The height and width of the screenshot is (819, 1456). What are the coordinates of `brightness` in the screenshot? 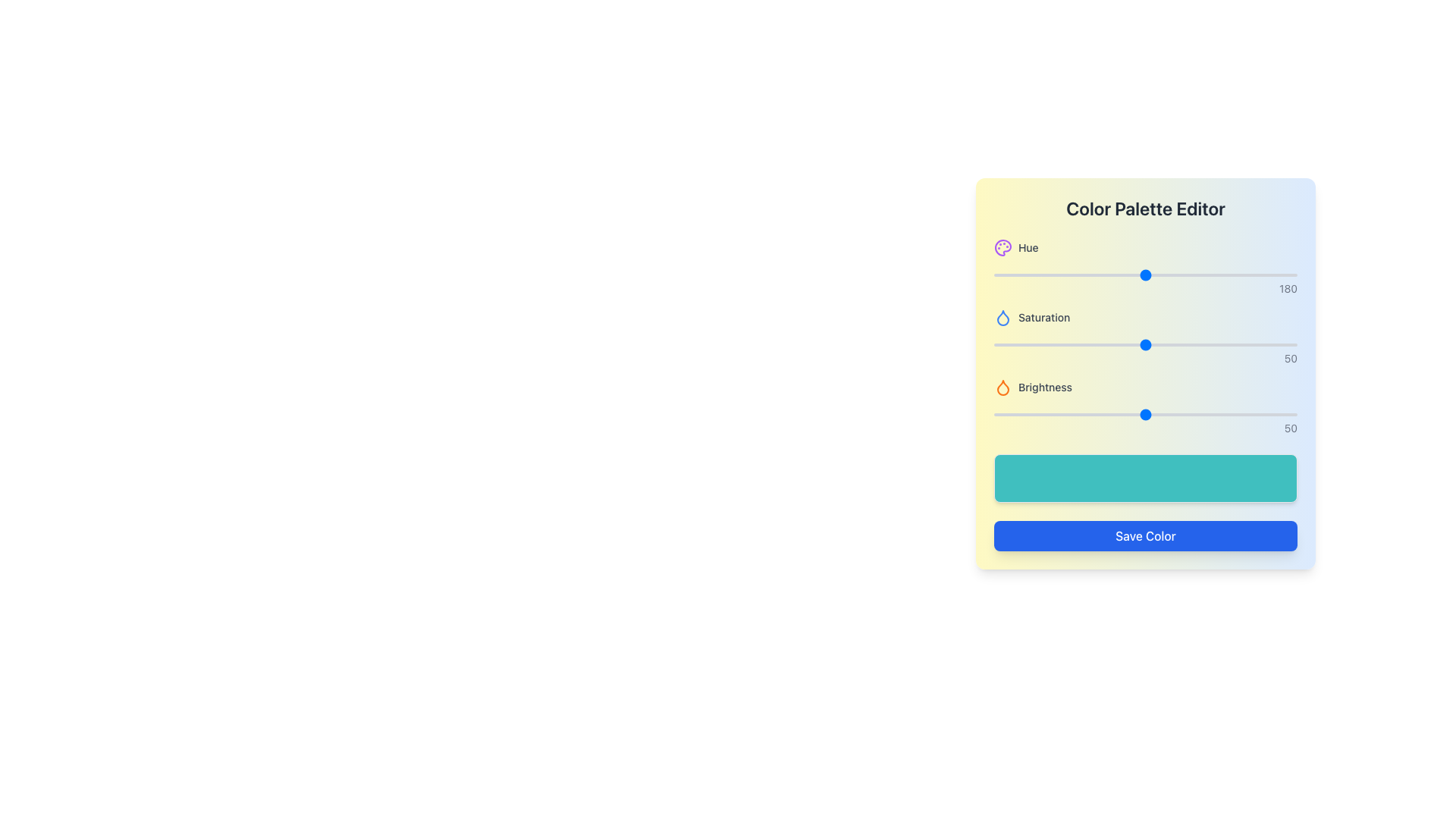 It's located at (1012, 415).